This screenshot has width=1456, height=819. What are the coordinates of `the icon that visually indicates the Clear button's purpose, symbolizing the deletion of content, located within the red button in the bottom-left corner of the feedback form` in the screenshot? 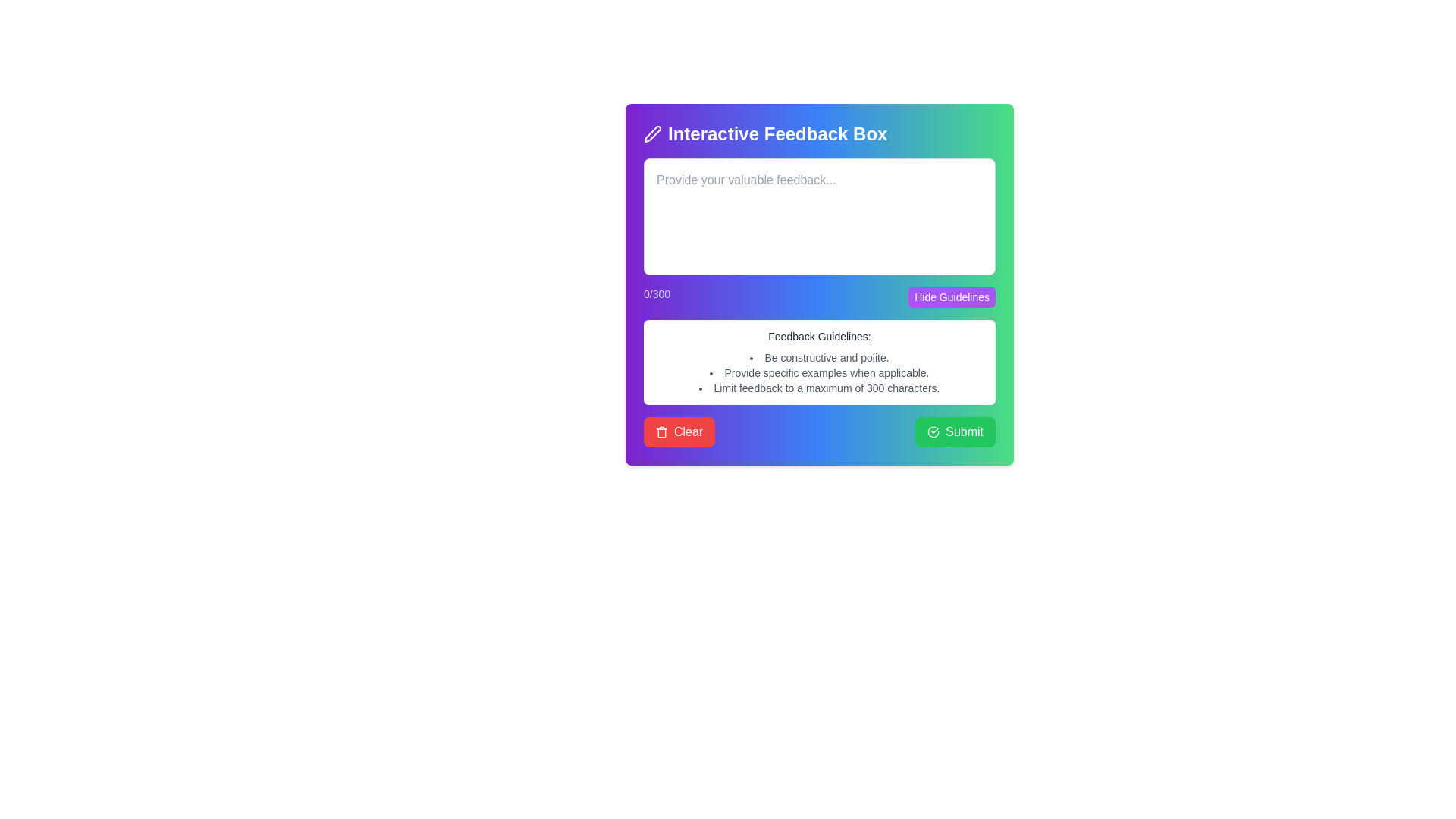 It's located at (662, 432).